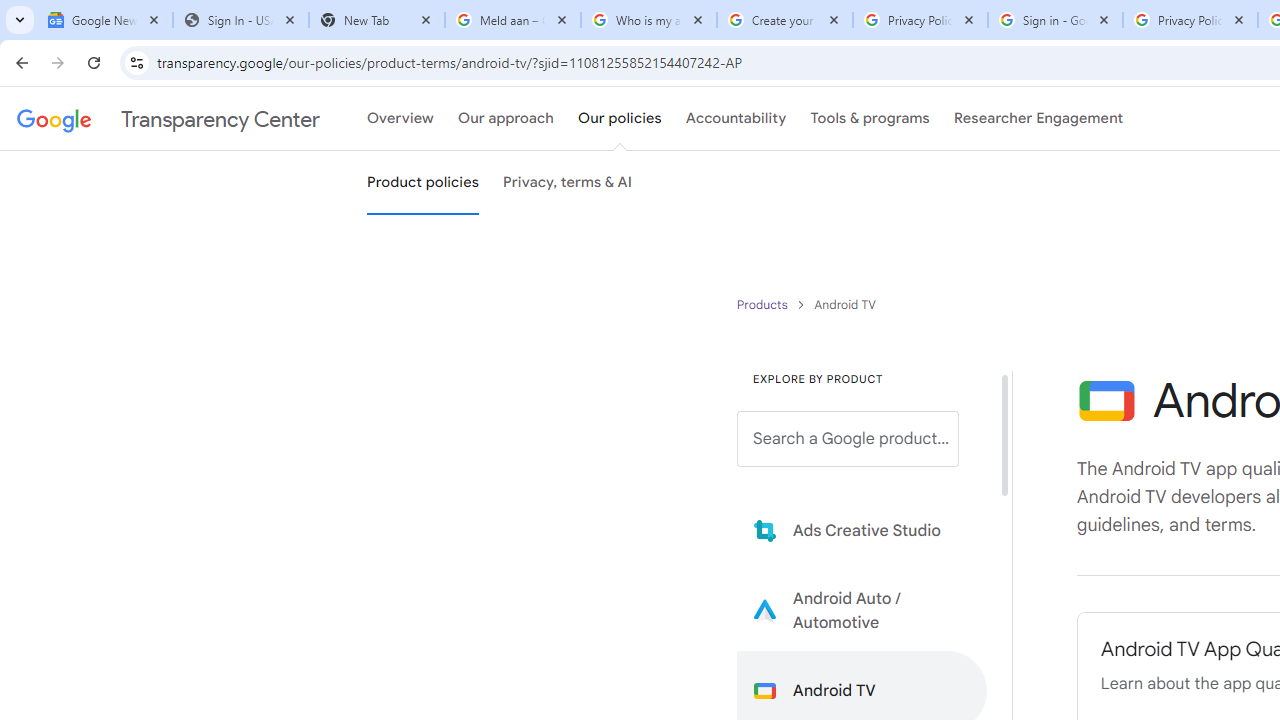 The height and width of the screenshot is (720, 1280). I want to click on 'Learn more about Android Auto', so click(862, 609).